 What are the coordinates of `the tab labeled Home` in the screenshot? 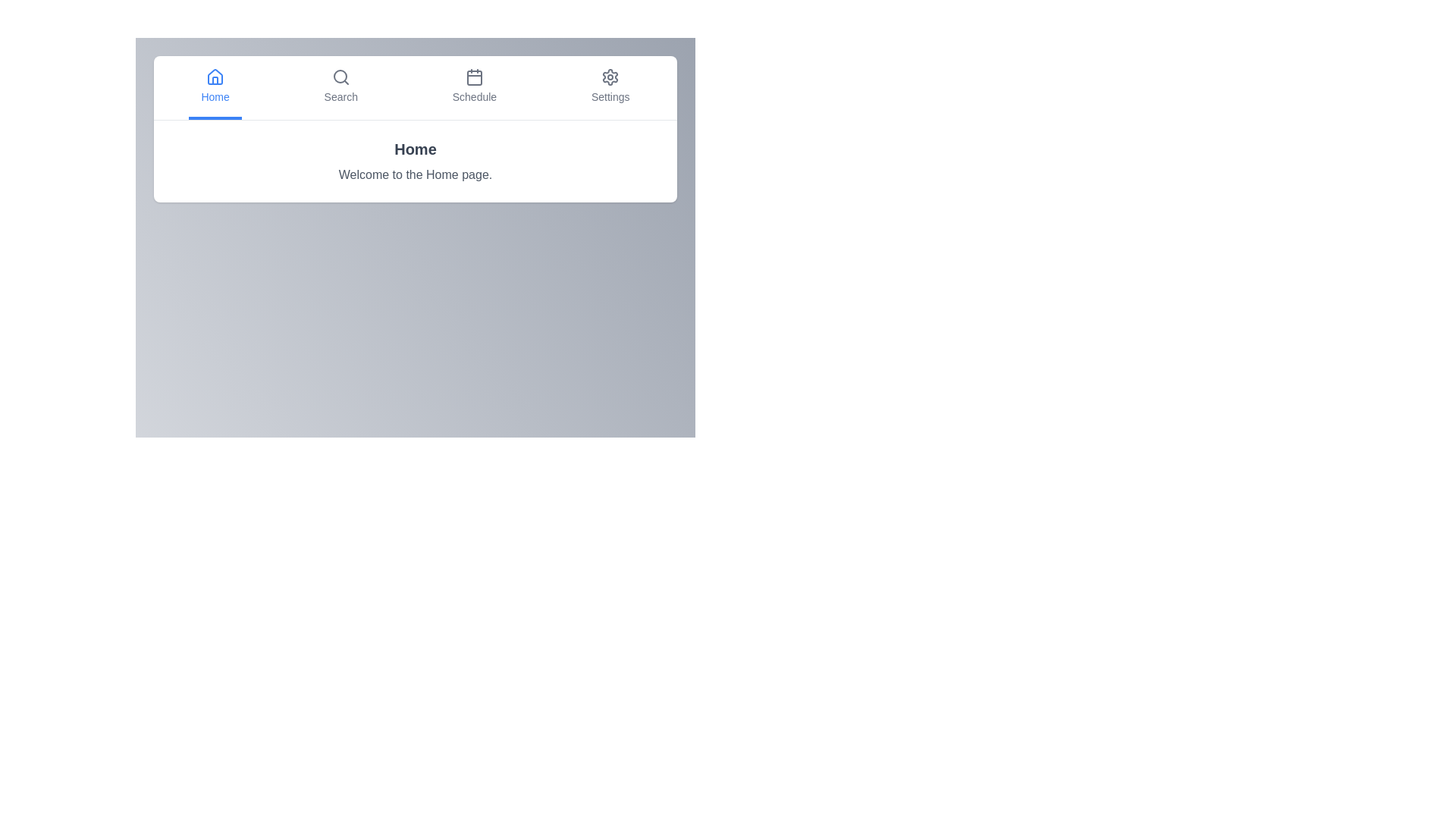 It's located at (215, 87).